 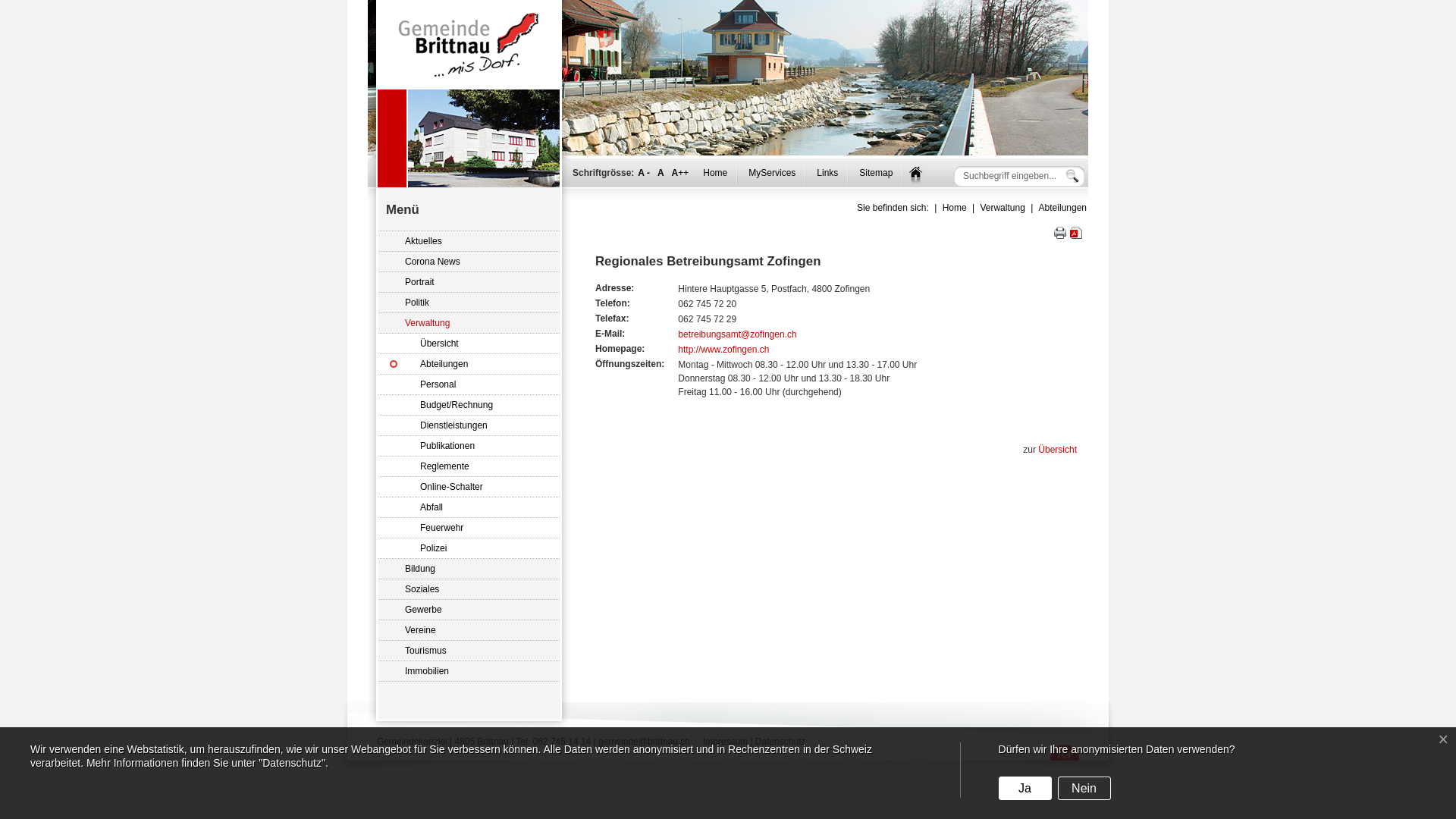 I want to click on 'Dienstleistungen', so click(x=468, y=425).